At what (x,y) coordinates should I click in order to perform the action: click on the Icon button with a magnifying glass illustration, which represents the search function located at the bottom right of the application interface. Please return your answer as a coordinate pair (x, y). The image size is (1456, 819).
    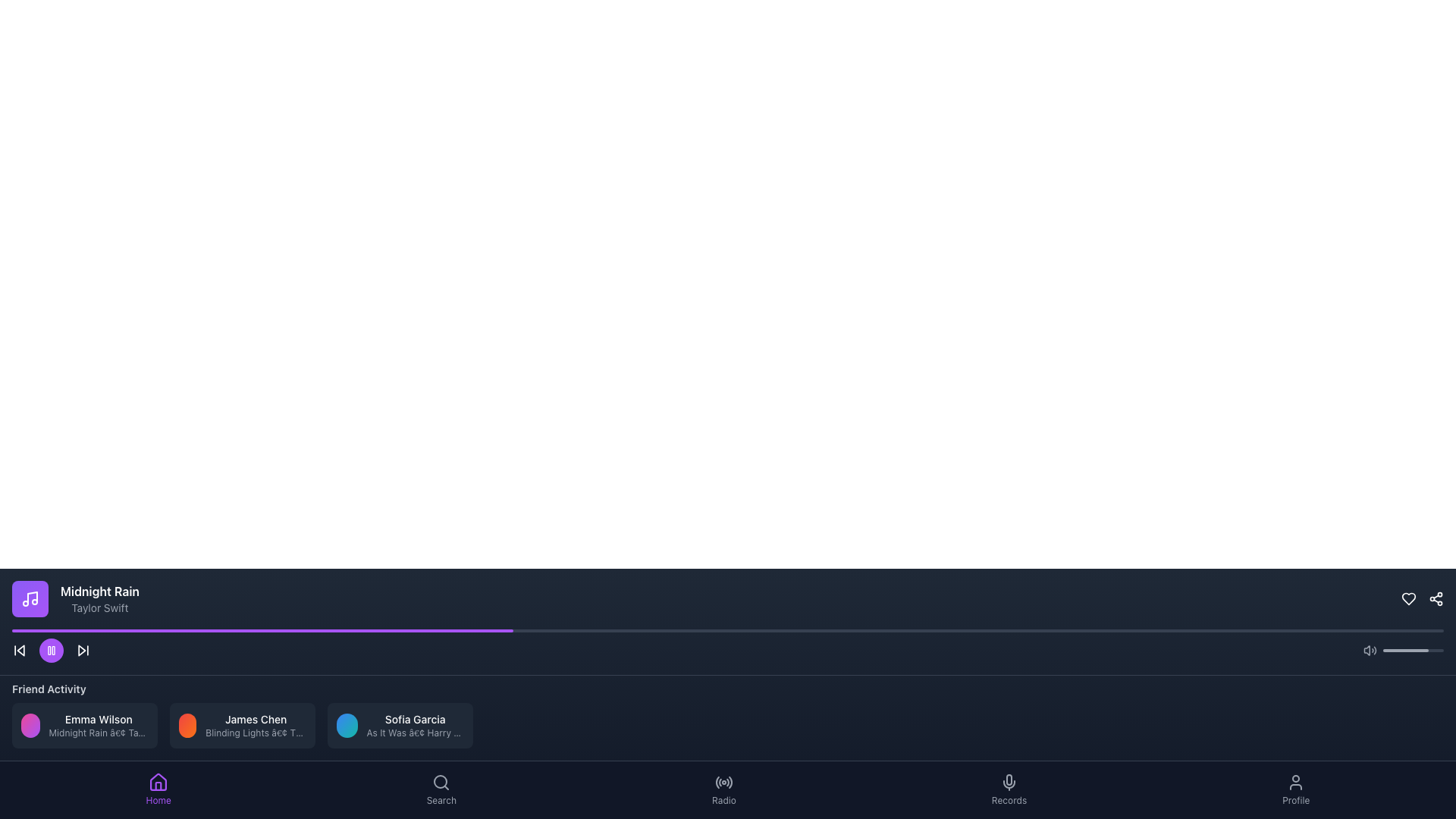
    Looking at the image, I should click on (441, 783).